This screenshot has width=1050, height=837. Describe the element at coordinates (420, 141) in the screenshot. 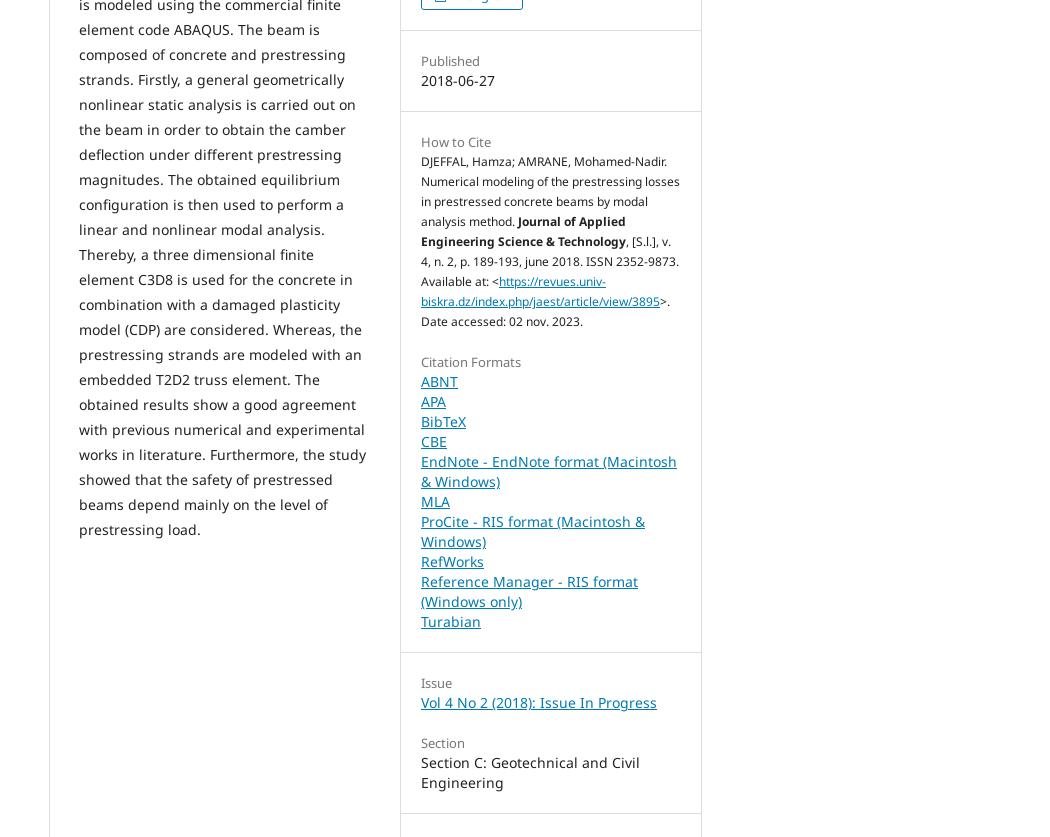

I see `'How to Cite'` at that location.